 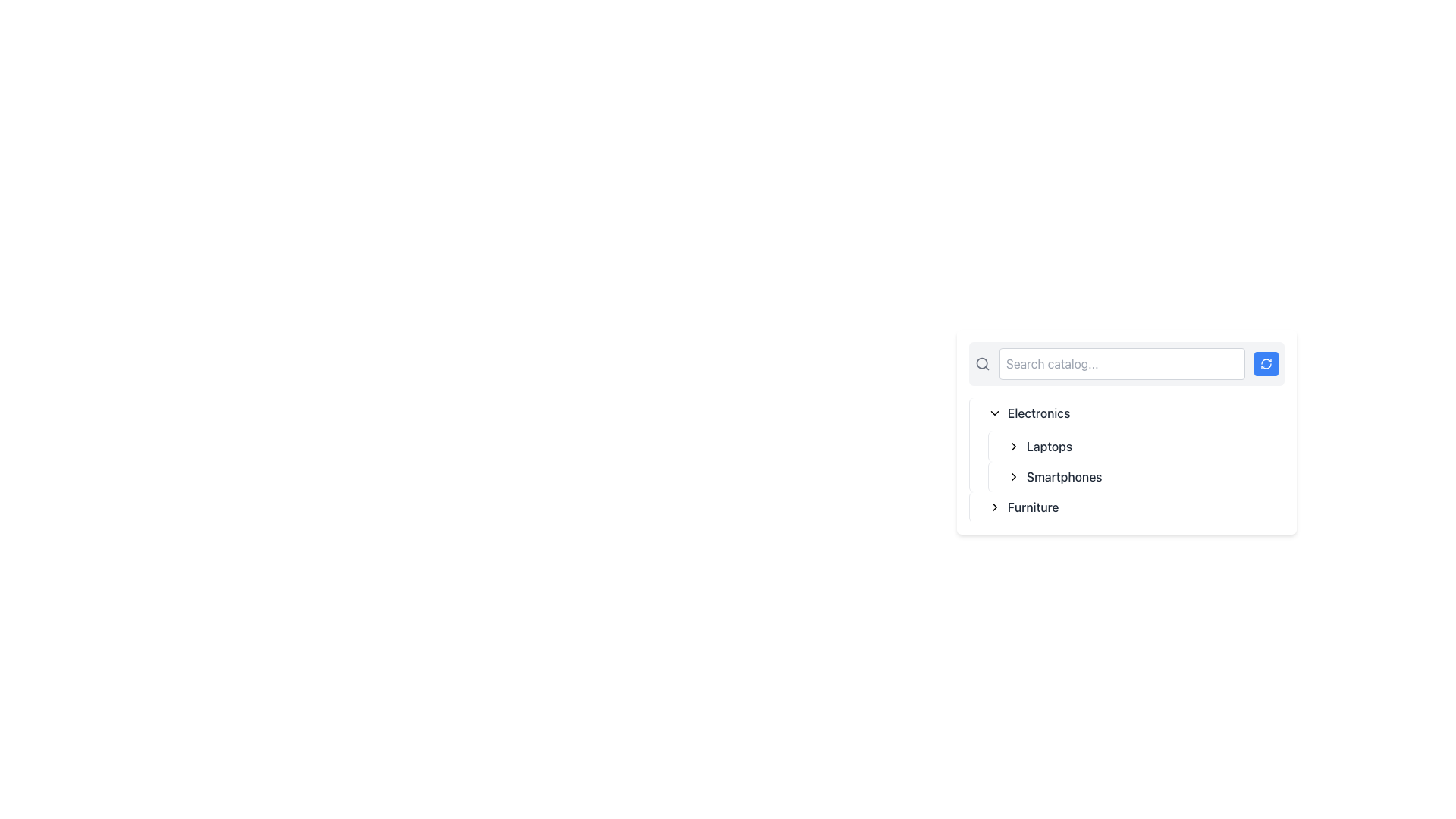 I want to click on the 'Furniture' text label in the navigation menu, so click(x=1032, y=507).